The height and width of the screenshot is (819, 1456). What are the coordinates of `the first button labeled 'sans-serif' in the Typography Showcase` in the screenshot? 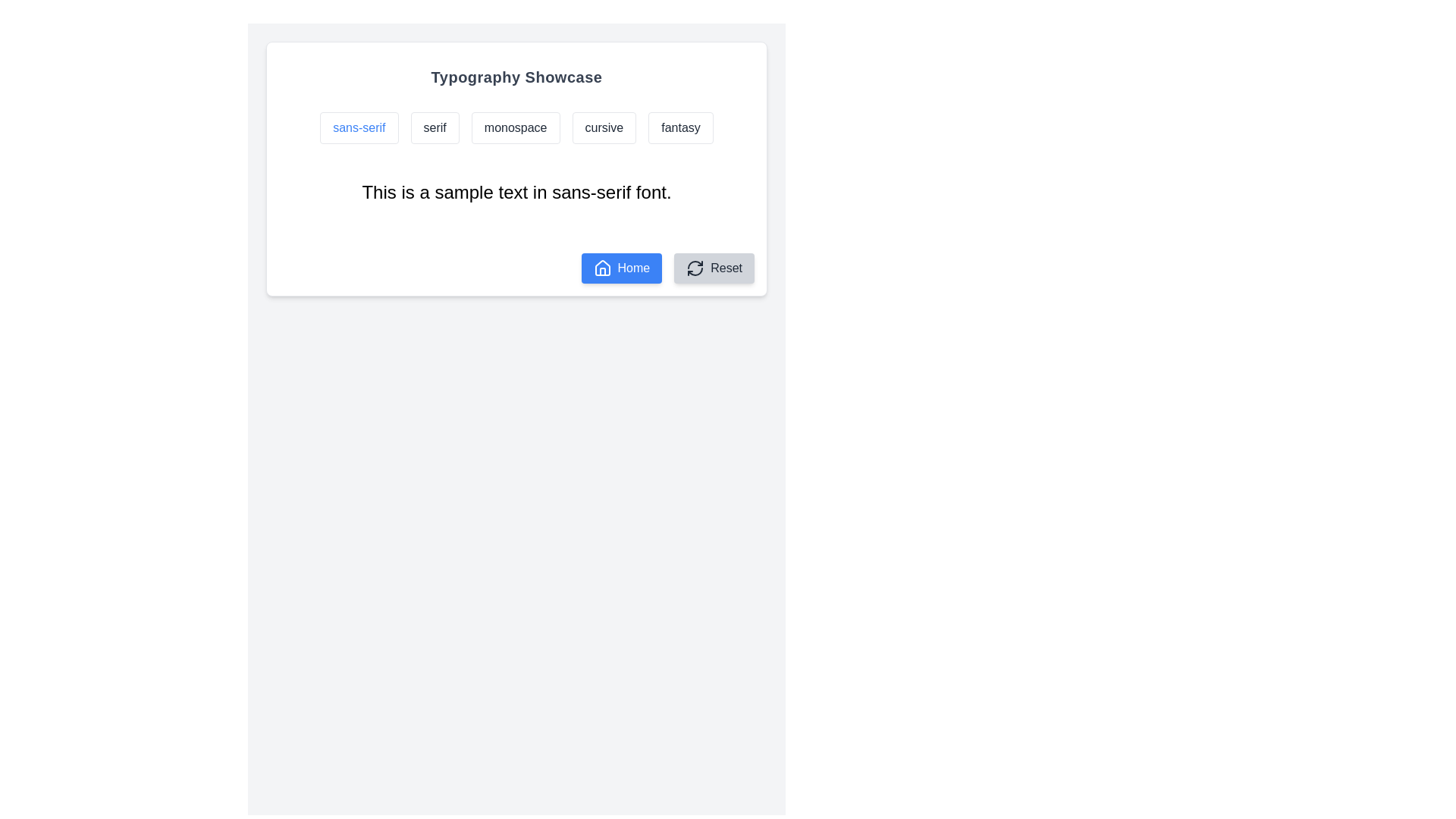 It's located at (358, 127).